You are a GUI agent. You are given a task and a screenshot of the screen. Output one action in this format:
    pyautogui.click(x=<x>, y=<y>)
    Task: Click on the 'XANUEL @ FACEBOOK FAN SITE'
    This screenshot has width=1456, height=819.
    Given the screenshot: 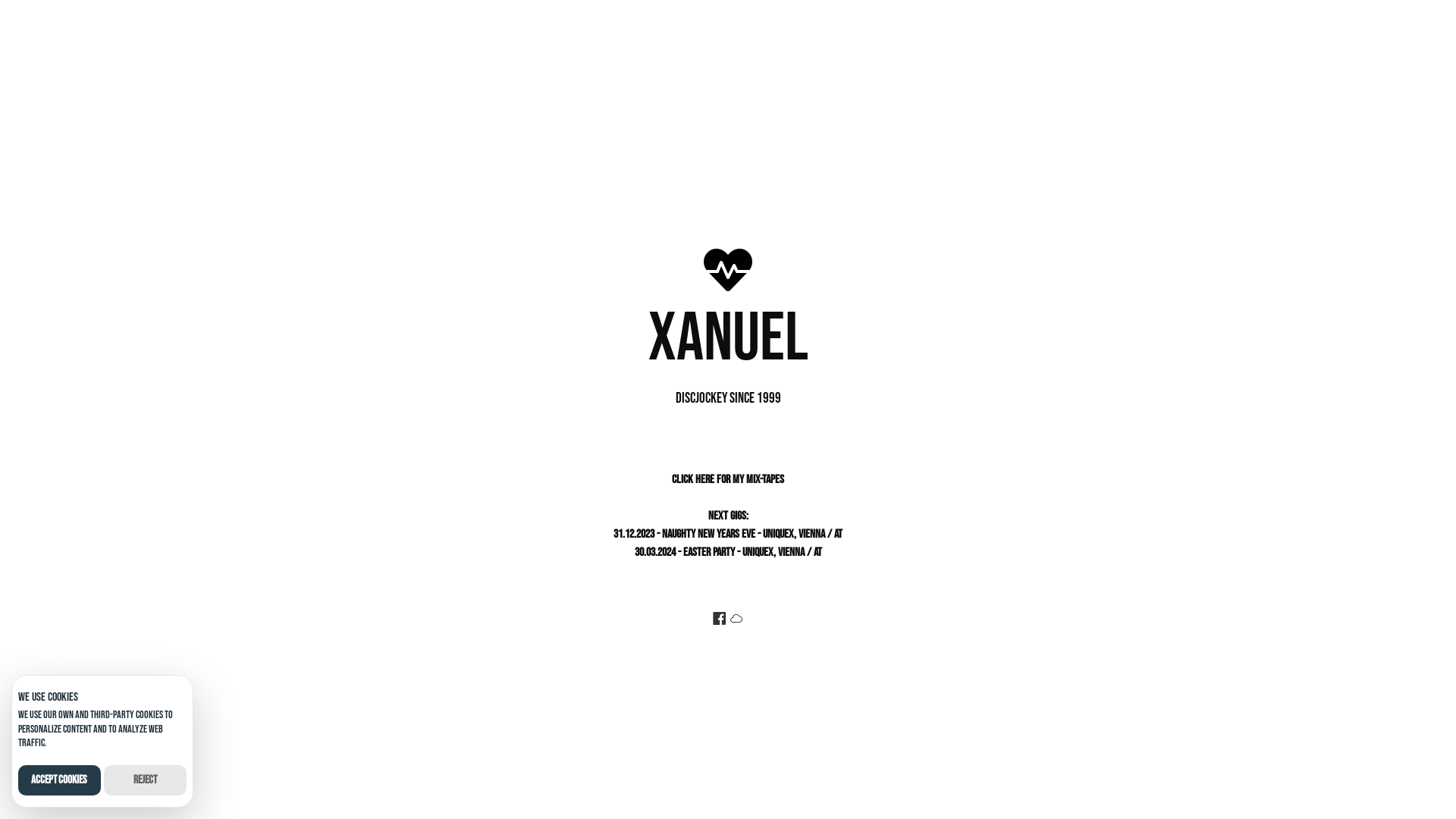 What is the action you would take?
    pyautogui.click(x=718, y=620)
    